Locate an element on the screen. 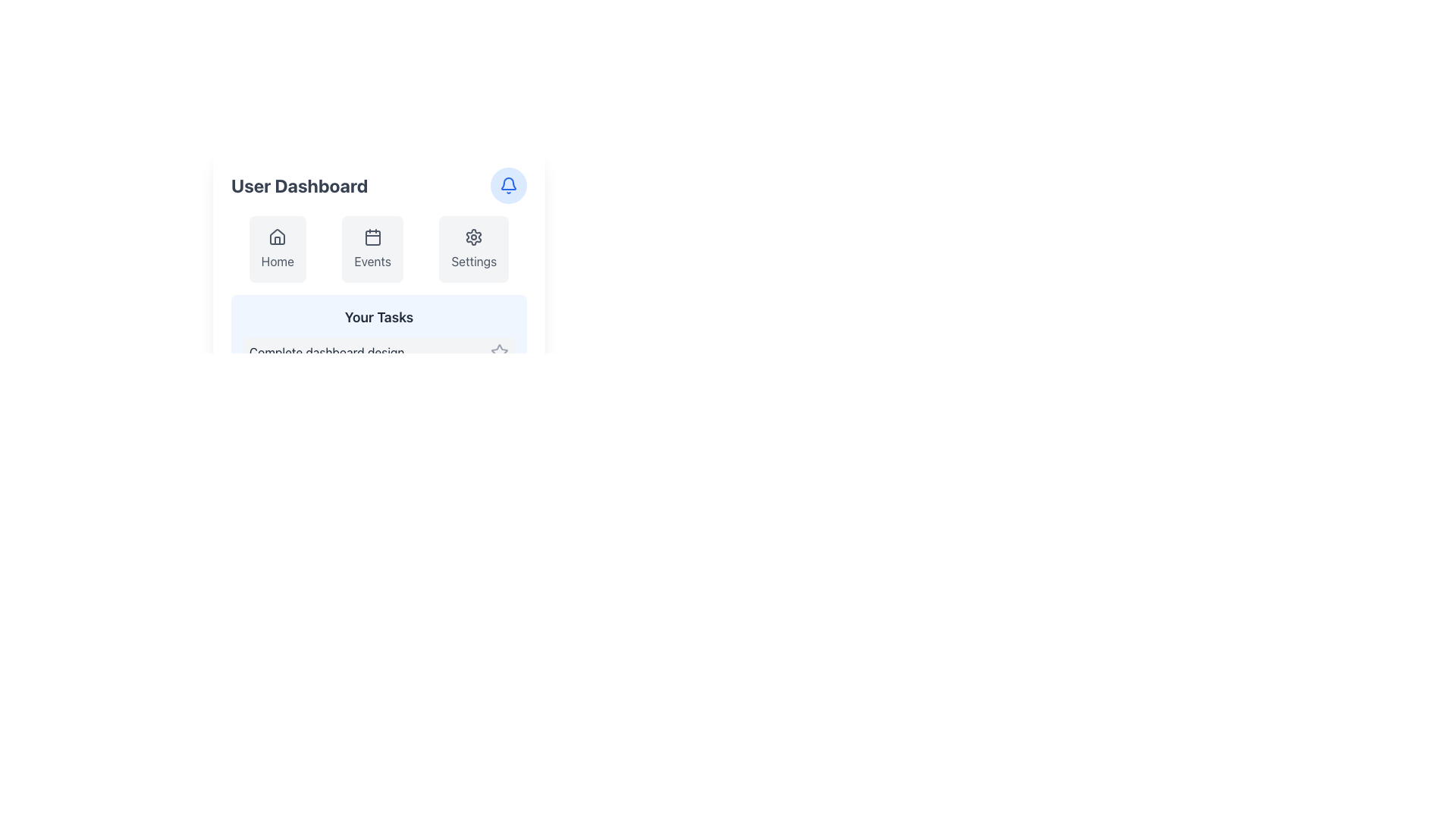 The height and width of the screenshot is (819, 1456). the star icon located in the bottom-right corner of a task item under the 'Your Tasks' section is located at coordinates (499, 352).